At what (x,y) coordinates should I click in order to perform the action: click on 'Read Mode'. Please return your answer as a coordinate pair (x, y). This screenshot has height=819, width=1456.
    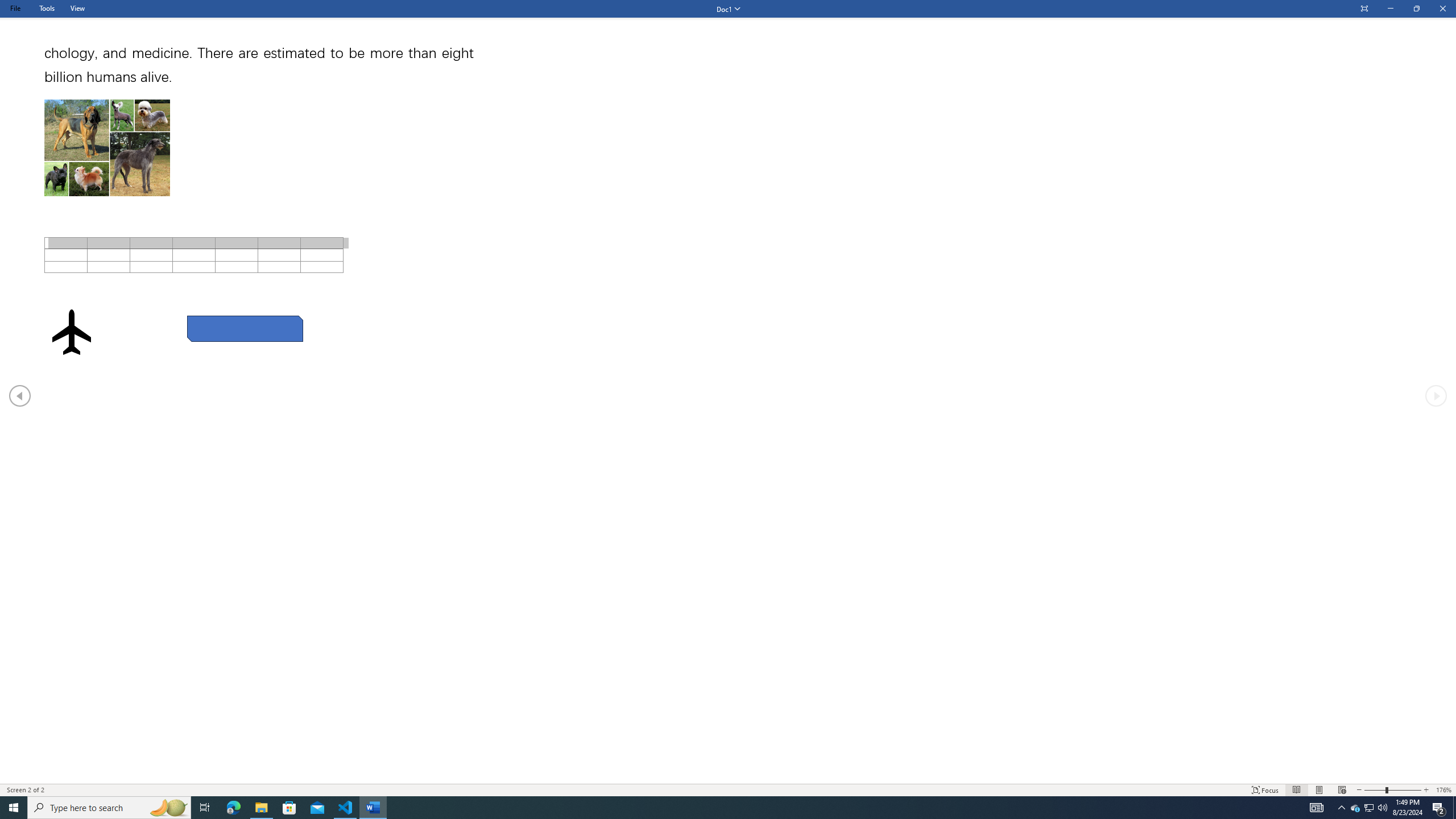
    Looking at the image, I should click on (1296, 790).